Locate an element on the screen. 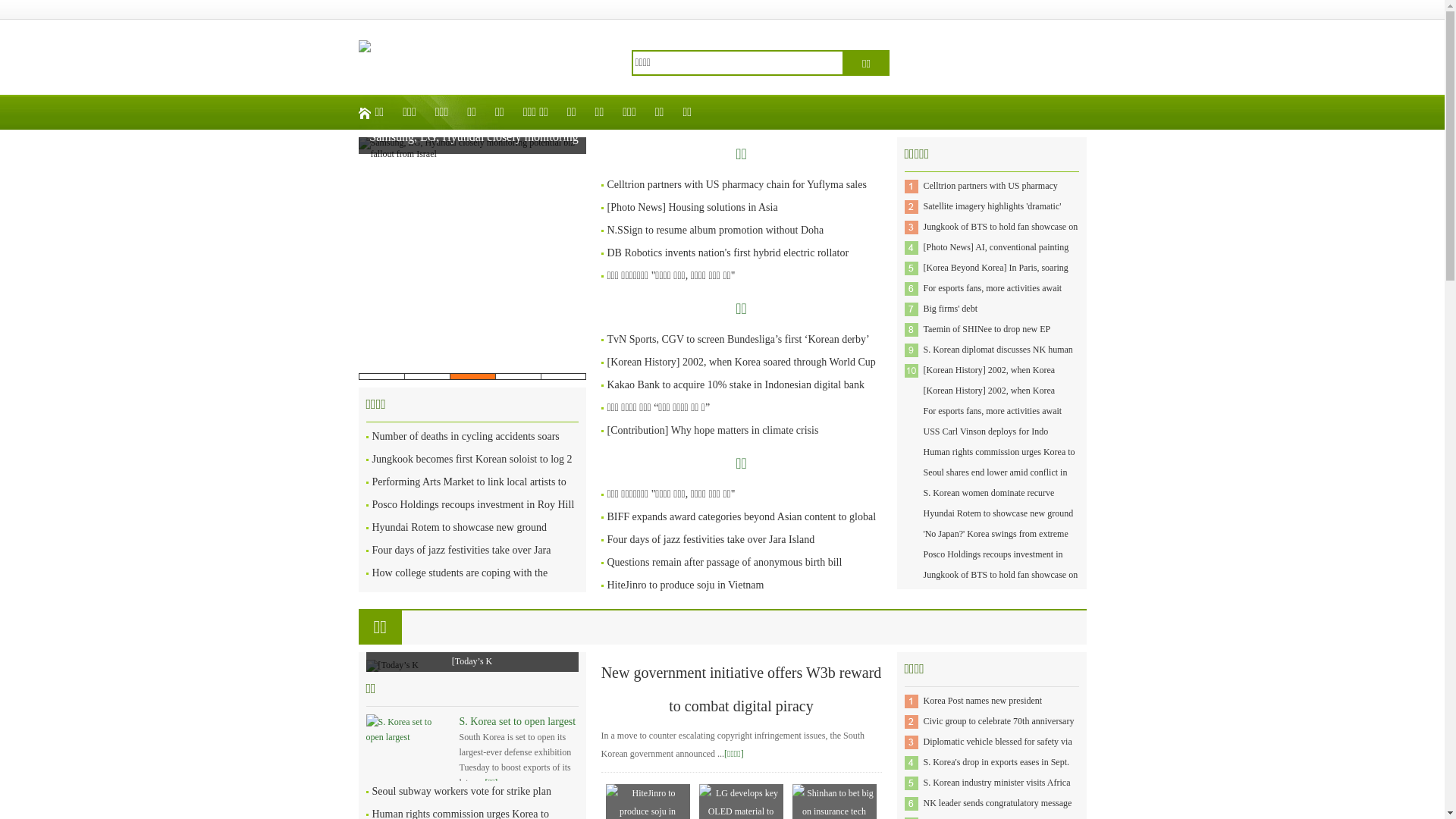  'For esports fans, more activities await beyond LoL matches' is located at coordinates (993, 298).